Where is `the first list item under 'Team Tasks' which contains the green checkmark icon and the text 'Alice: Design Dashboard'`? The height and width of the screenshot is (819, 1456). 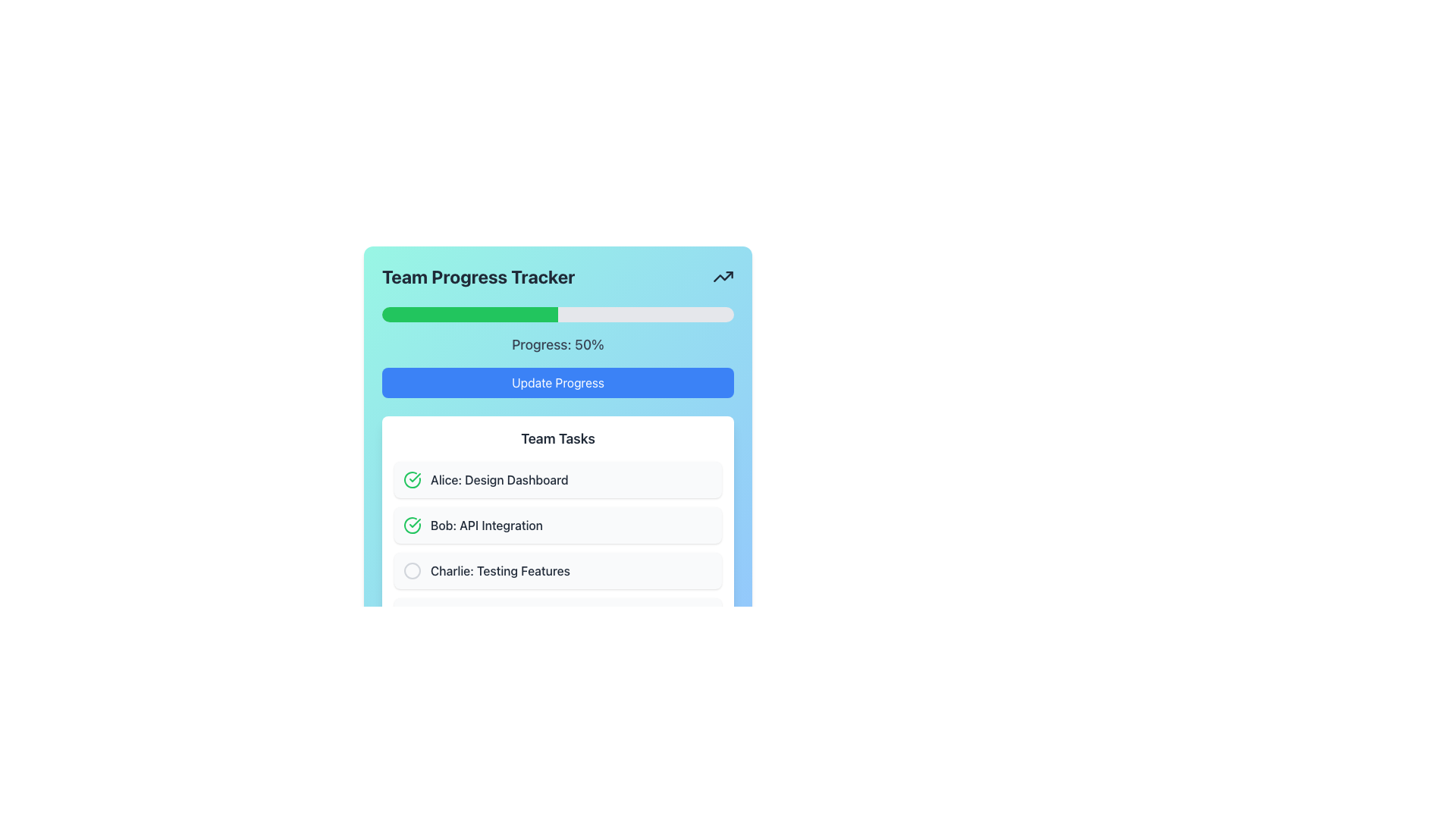 the first list item under 'Team Tasks' which contains the green checkmark icon and the text 'Alice: Design Dashboard' is located at coordinates (557, 479).